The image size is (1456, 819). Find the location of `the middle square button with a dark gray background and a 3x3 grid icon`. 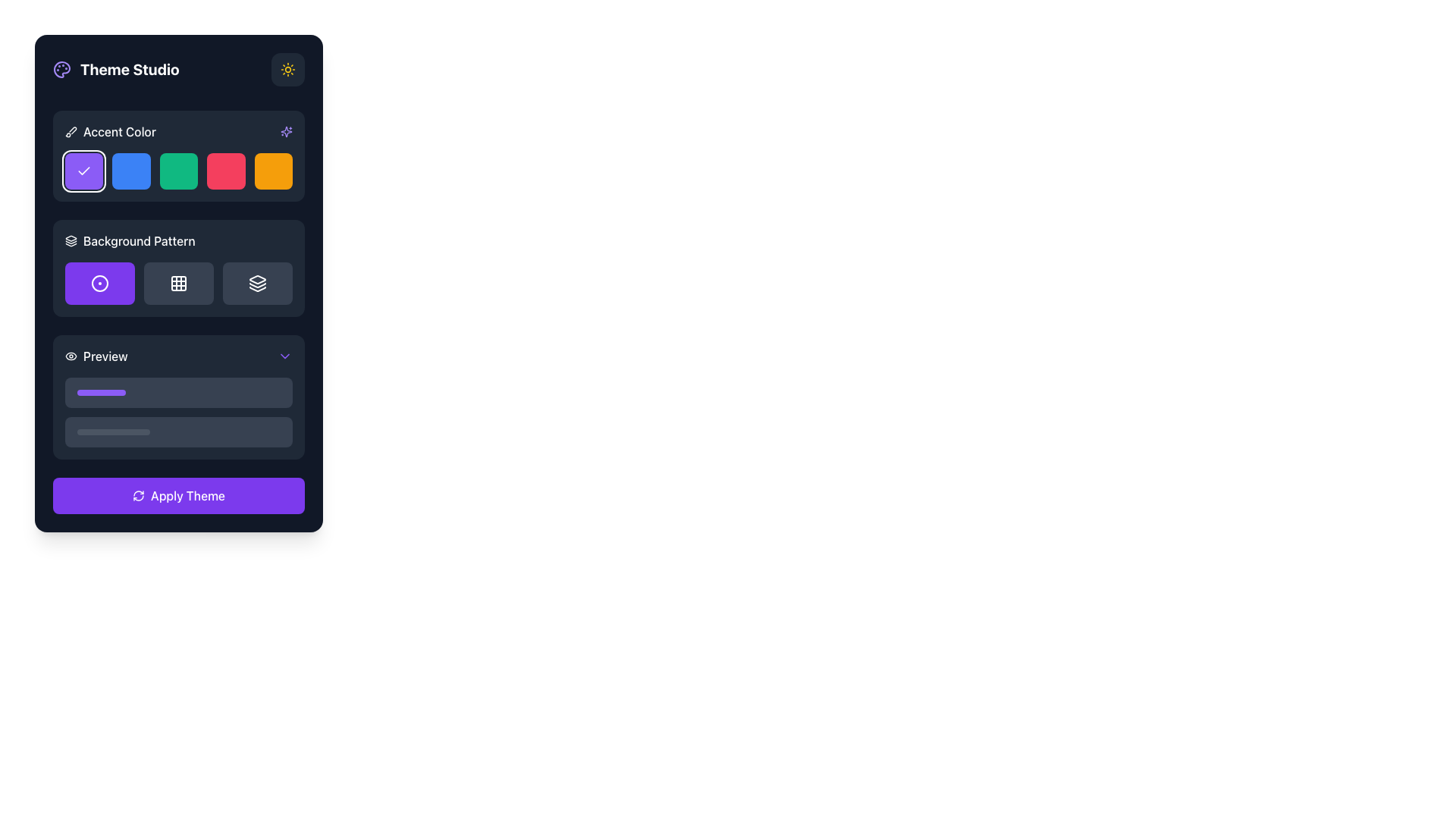

the middle square button with a dark gray background and a 3x3 grid icon is located at coordinates (178, 284).